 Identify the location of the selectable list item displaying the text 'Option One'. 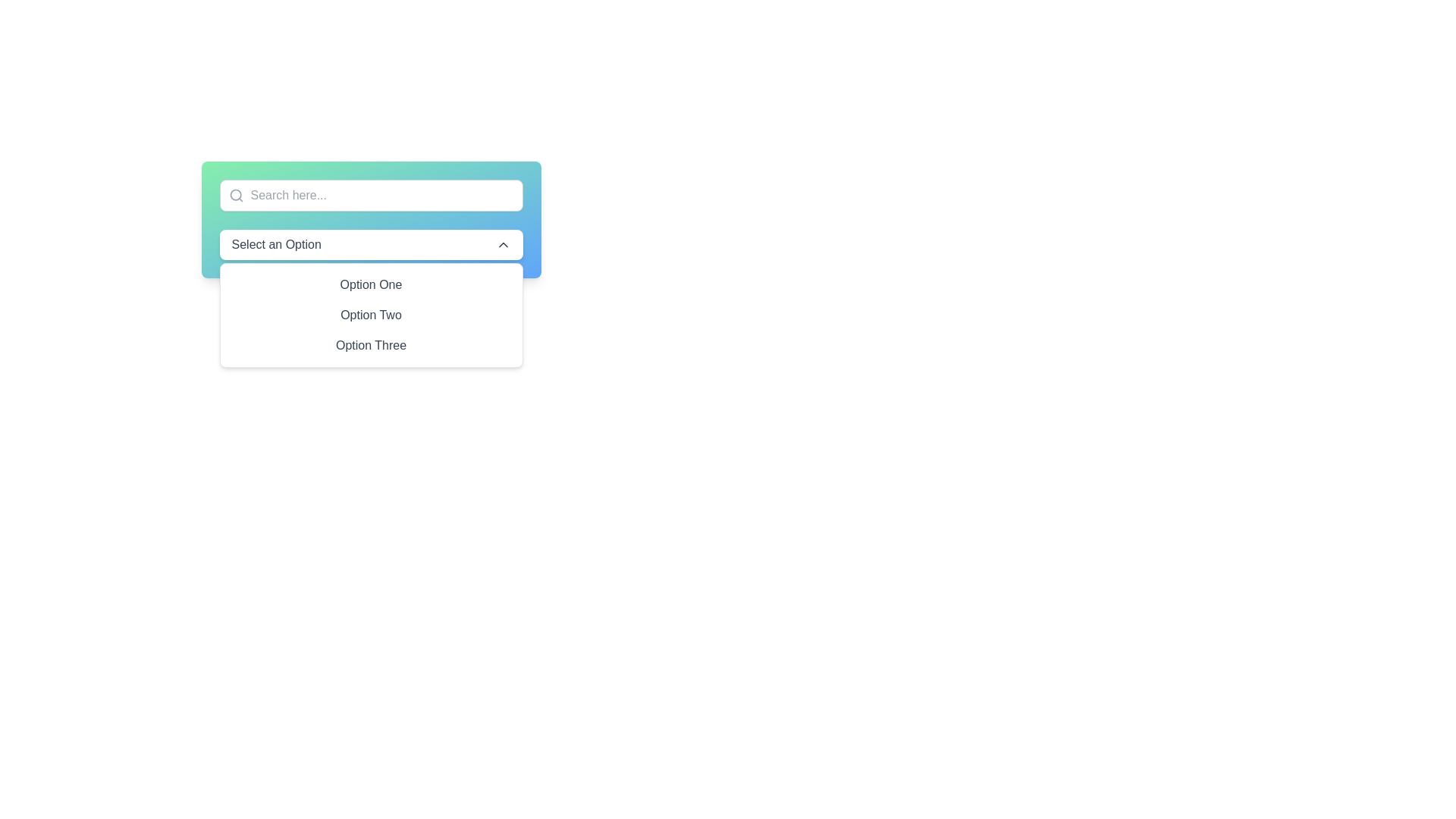
(371, 284).